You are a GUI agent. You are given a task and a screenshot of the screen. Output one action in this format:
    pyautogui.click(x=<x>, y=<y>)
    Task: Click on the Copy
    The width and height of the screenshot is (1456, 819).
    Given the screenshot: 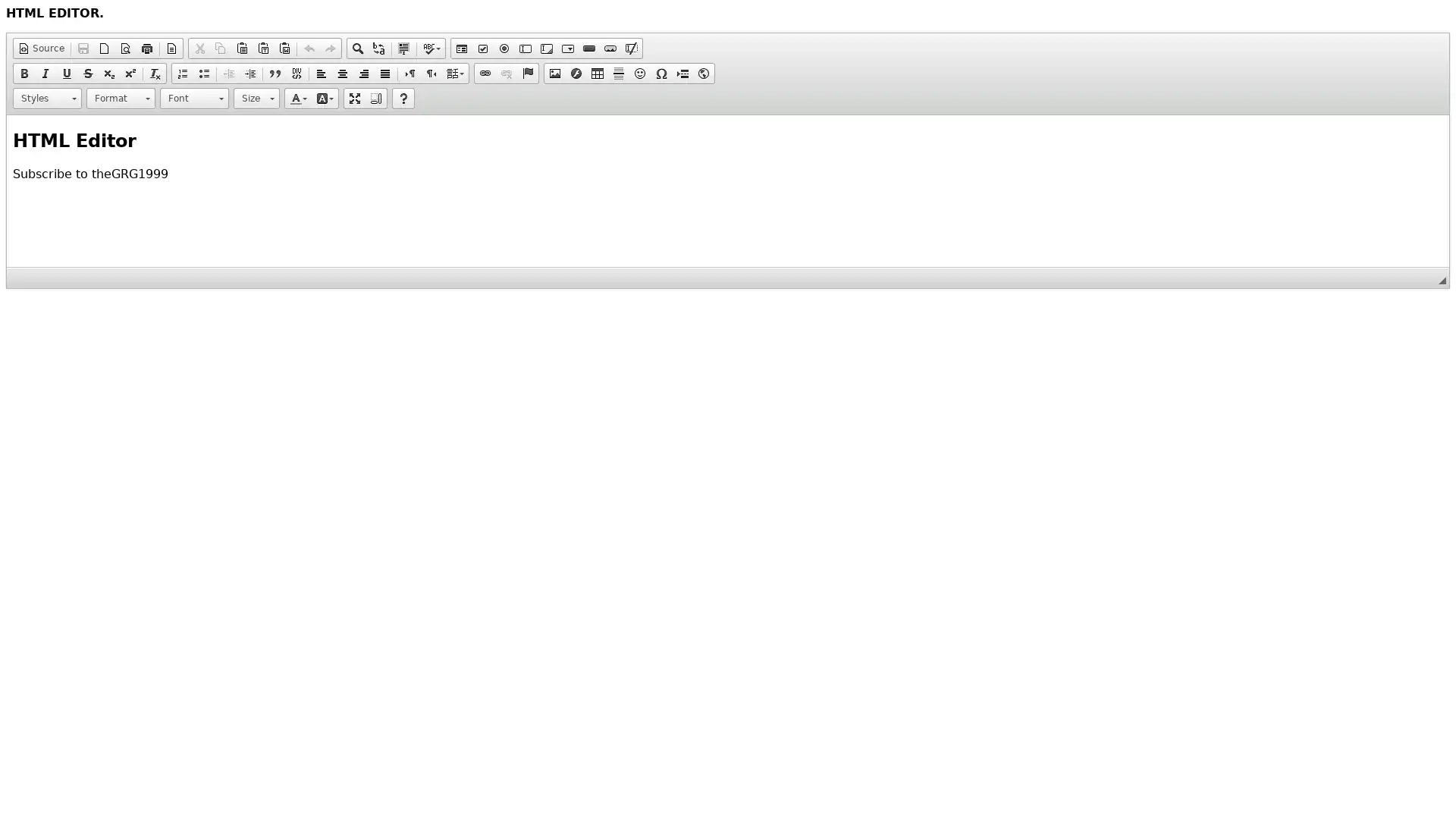 What is the action you would take?
    pyautogui.click(x=220, y=48)
    